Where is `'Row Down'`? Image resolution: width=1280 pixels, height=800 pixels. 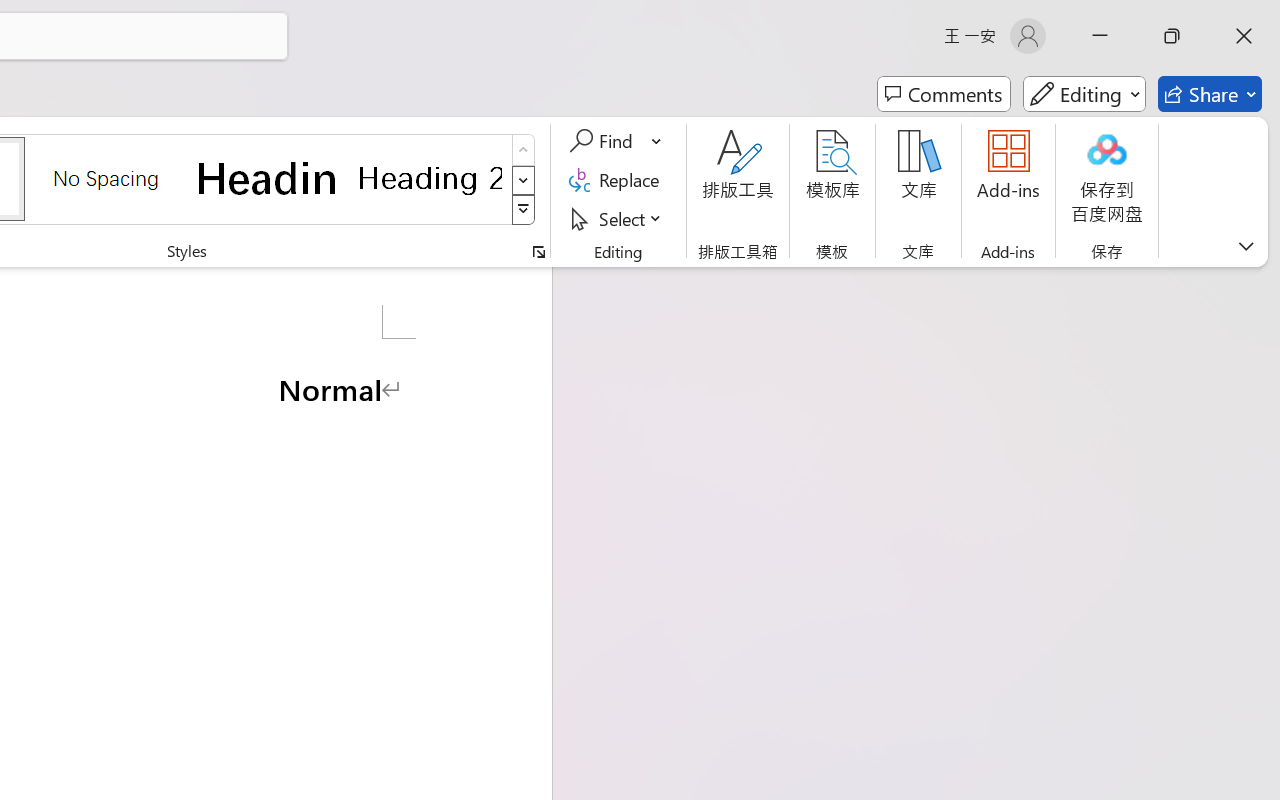
'Row Down' is located at coordinates (523, 179).